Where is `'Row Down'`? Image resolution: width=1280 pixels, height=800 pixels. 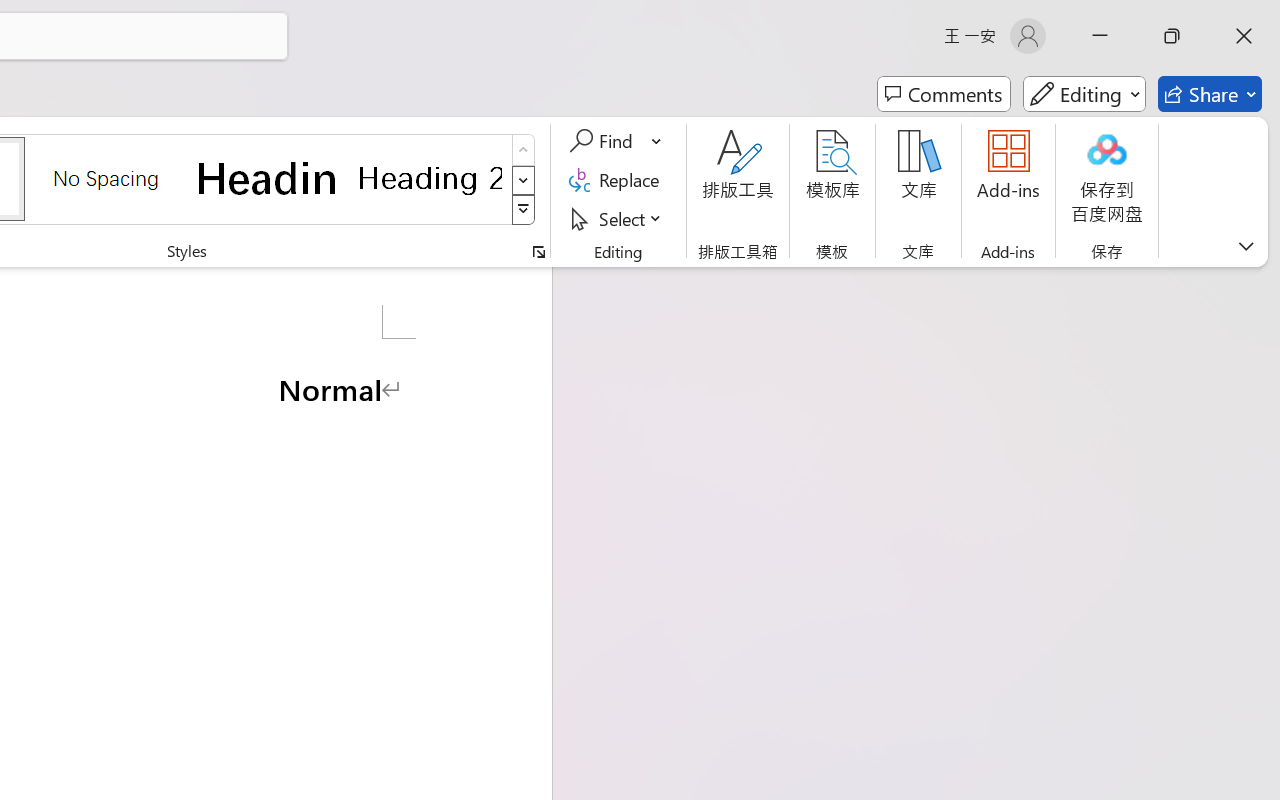
'Row Down' is located at coordinates (523, 179).